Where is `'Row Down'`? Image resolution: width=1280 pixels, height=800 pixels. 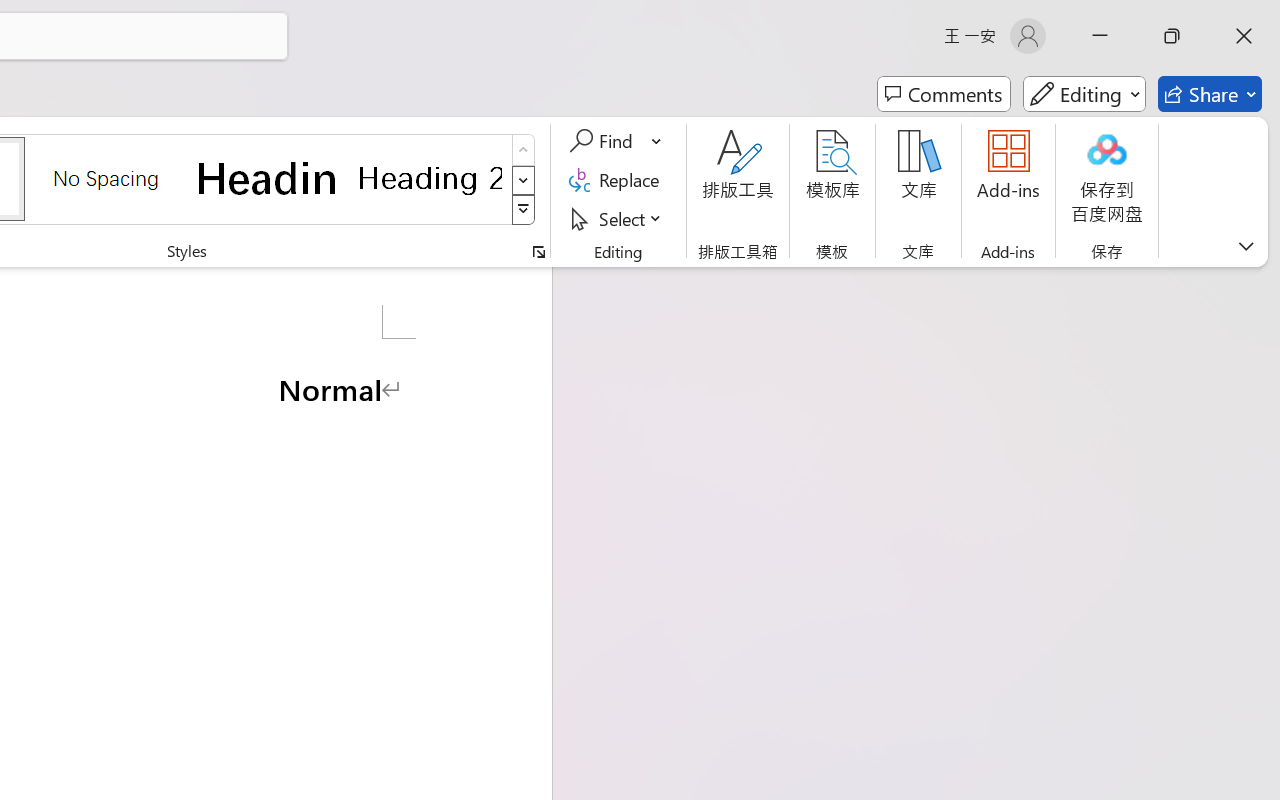
'Row Down' is located at coordinates (523, 179).